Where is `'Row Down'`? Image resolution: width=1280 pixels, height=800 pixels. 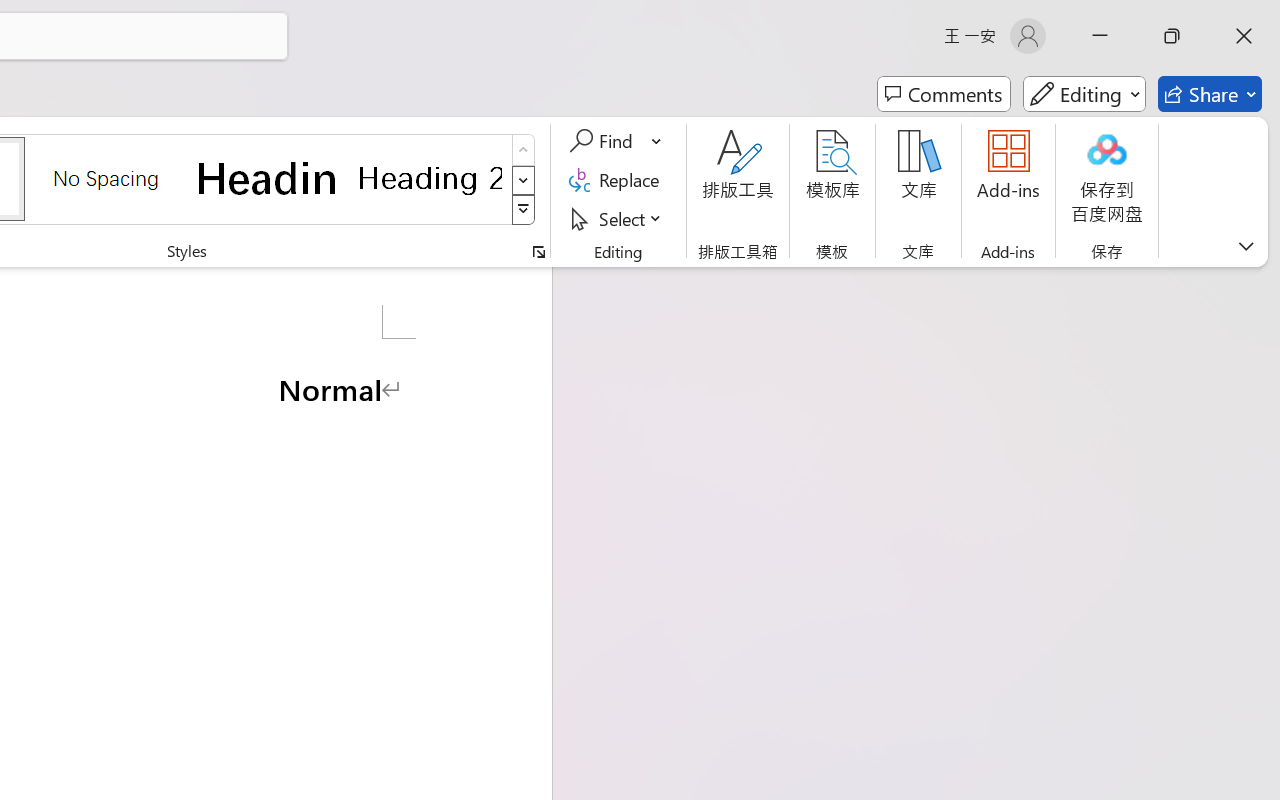
'Row Down' is located at coordinates (523, 179).